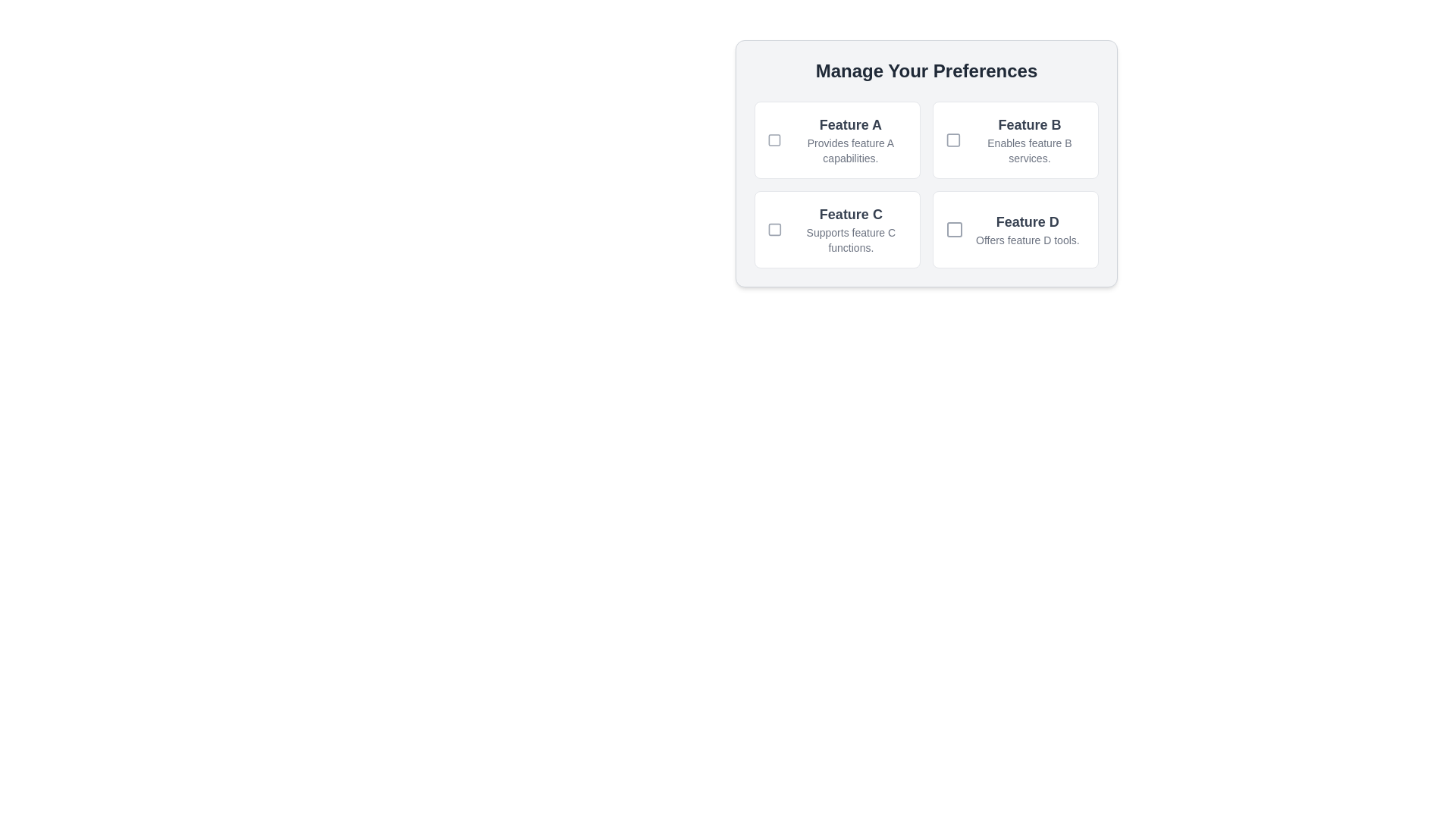 This screenshot has height=819, width=1456. What do you see at coordinates (850, 140) in the screenshot?
I see `text content of the information display element titled 'Feature A', which is the first card in the grid of selectable cards` at bounding box center [850, 140].